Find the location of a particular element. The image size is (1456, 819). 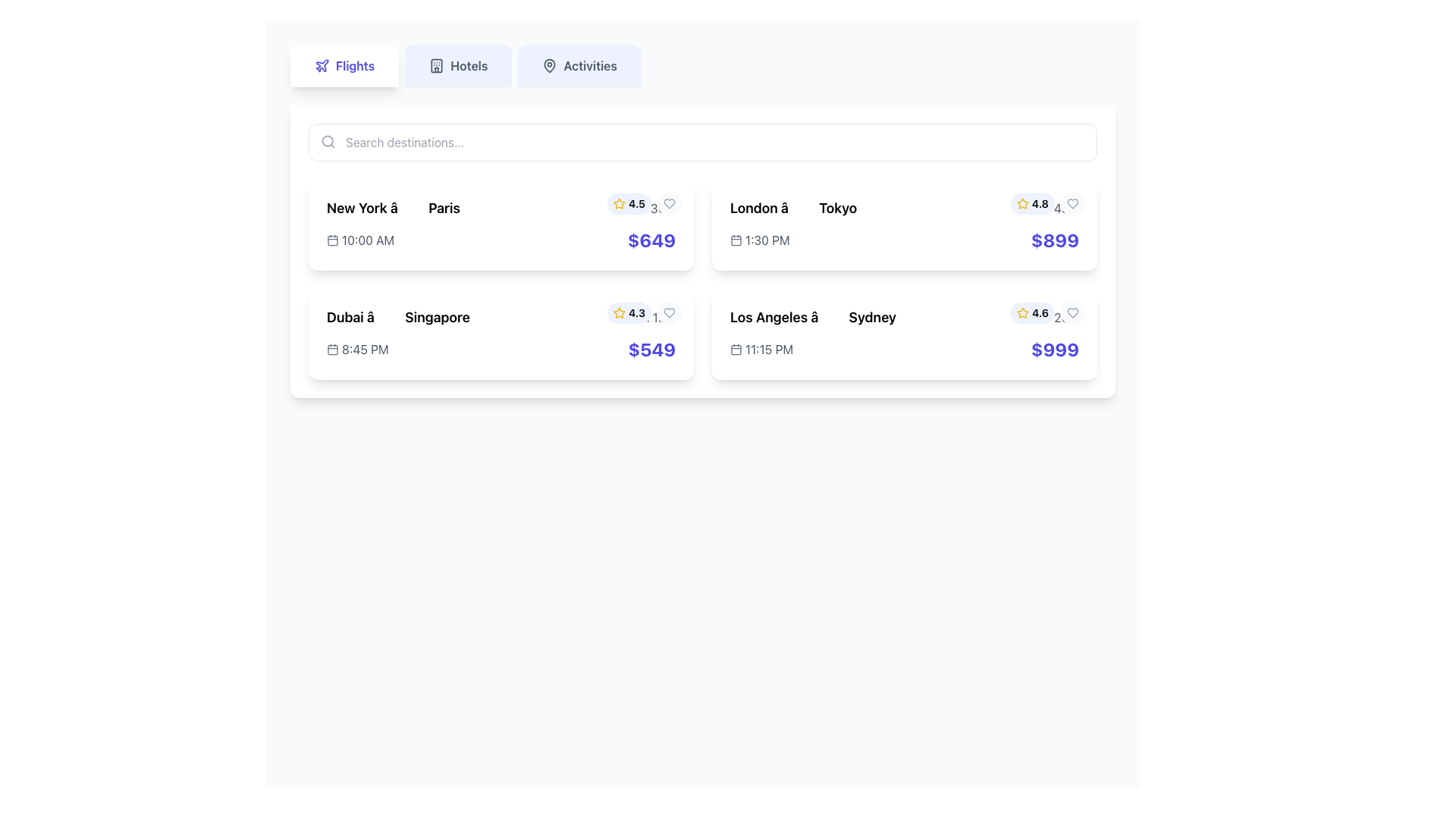

the yellow outlined star icon representing a rating, which is located to the left of the text '4.5' in the top card of the left group of two cards is located at coordinates (620, 203).